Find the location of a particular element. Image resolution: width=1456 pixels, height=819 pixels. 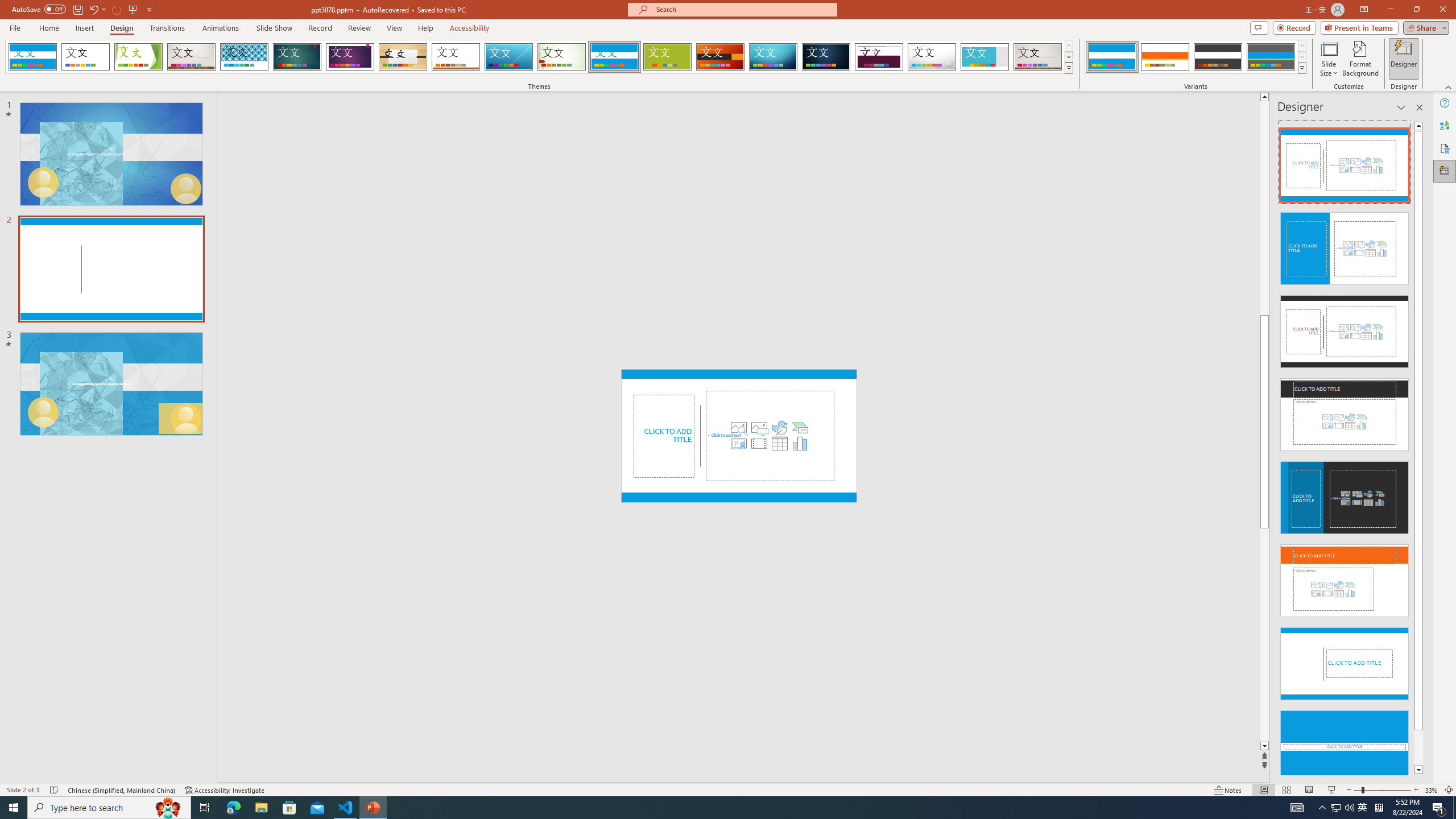

'Ion Boardroom' is located at coordinates (350, 56).